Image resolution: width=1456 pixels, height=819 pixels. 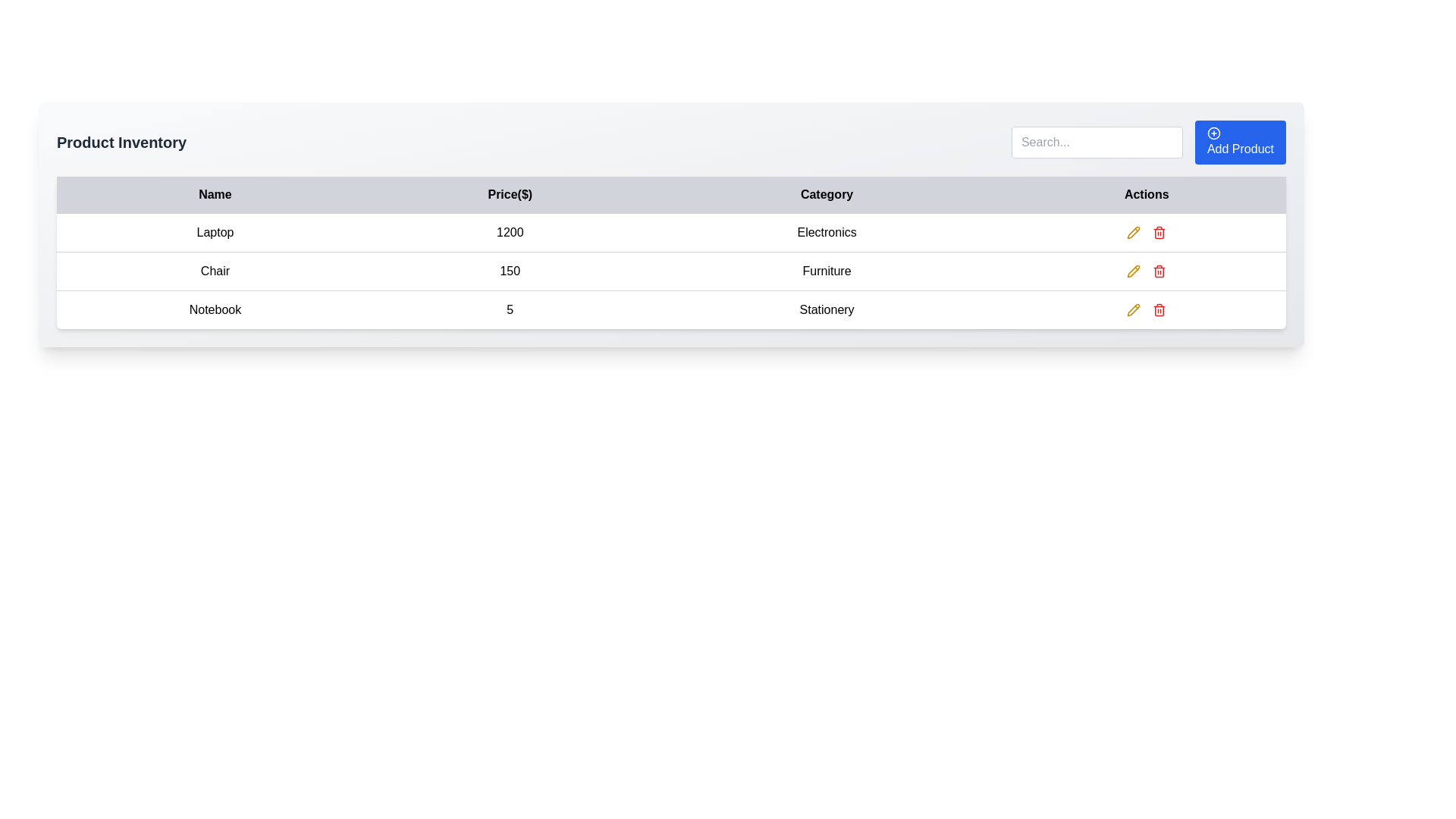 What do you see at coordinates (1134, 309) in the screenshot?
I see `the pencil-shaped icon button in the 'Actions' column of the second row` at bounding box center [1134, 309].